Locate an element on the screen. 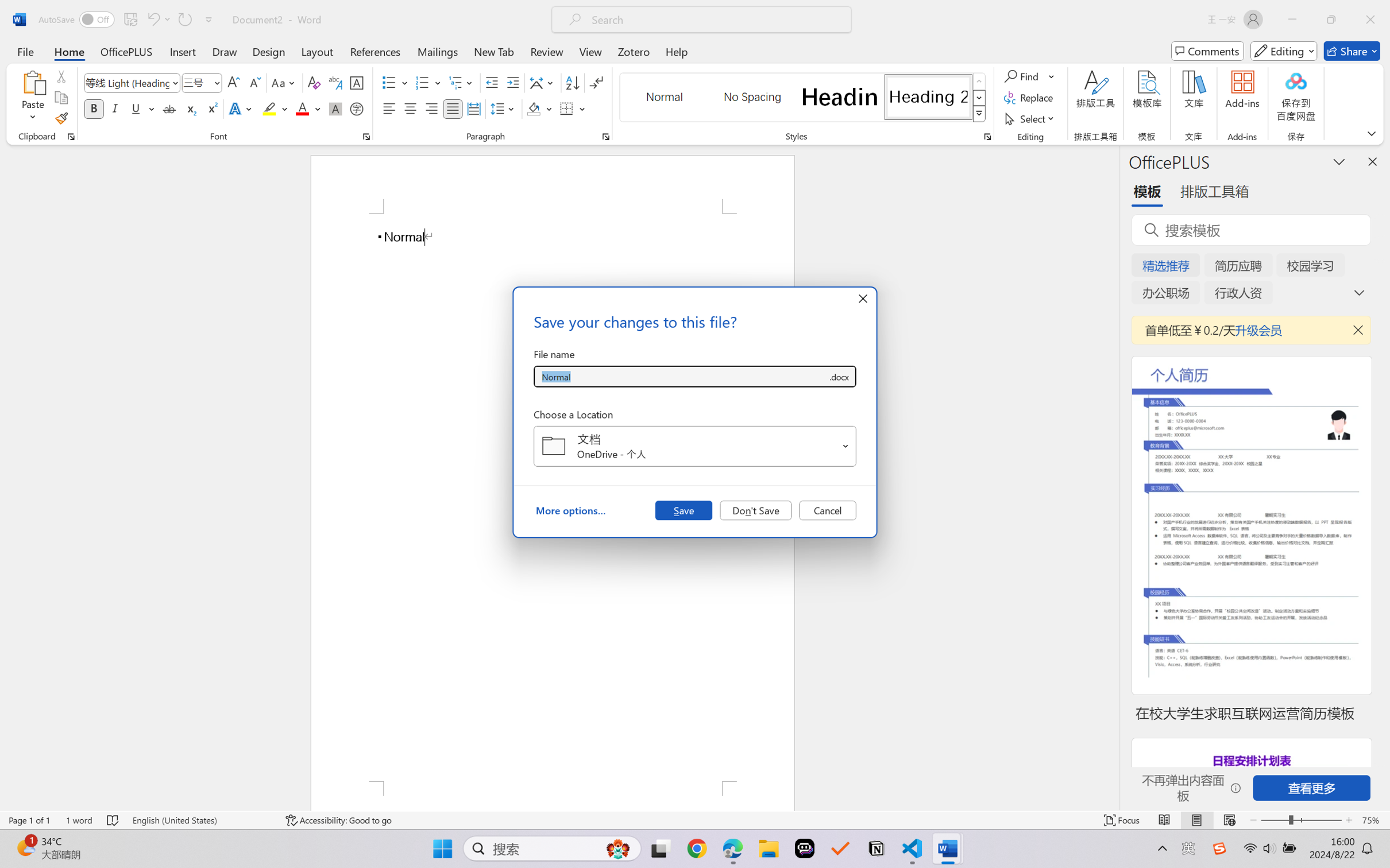 This screenshot has width=1390, height=868. 'Grow Font' is located at coordinates (233, 83).